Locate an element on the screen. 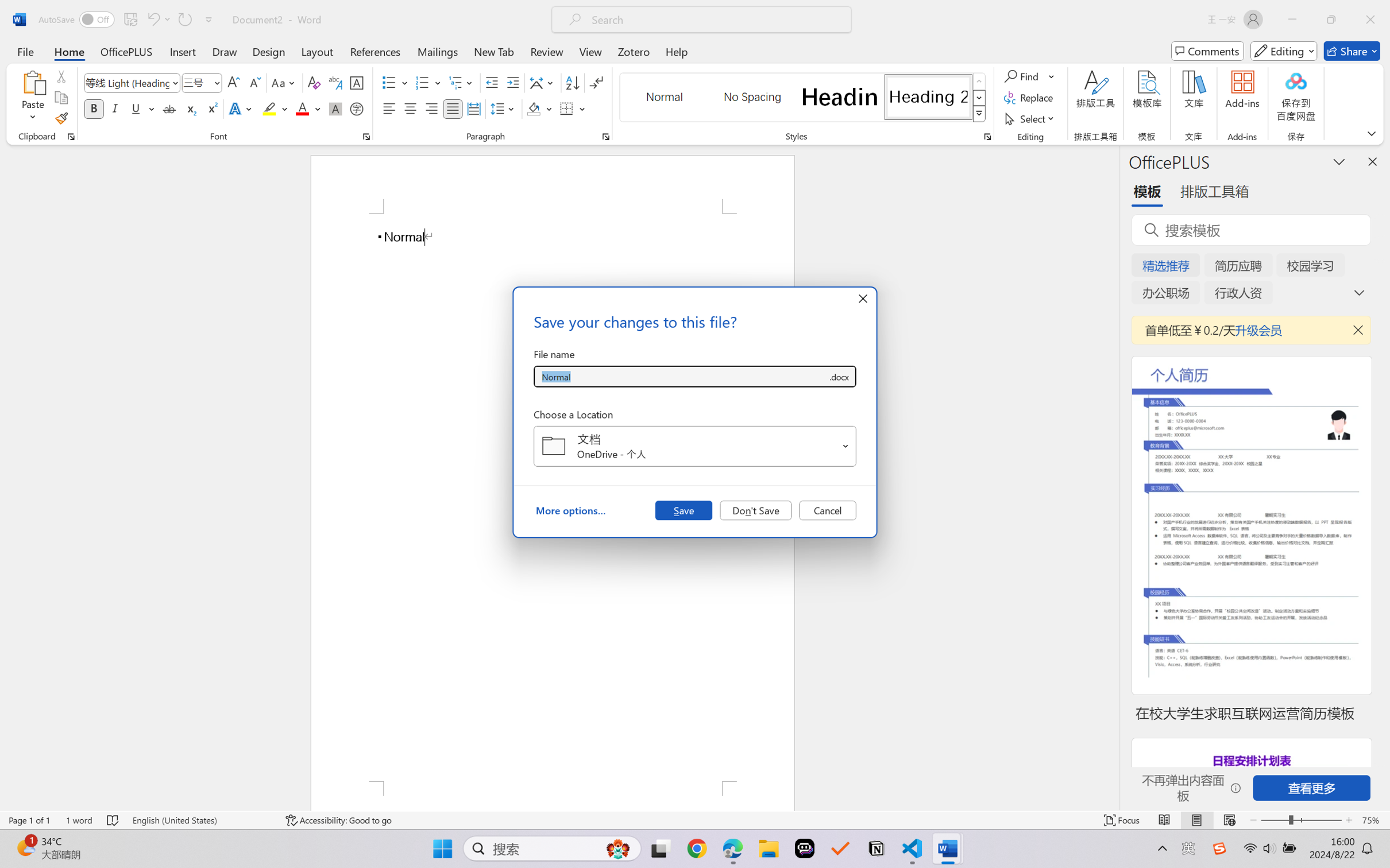 This screenshot has width=1390, height=868. 'Grow Font' is located at coordinates (233, 83).